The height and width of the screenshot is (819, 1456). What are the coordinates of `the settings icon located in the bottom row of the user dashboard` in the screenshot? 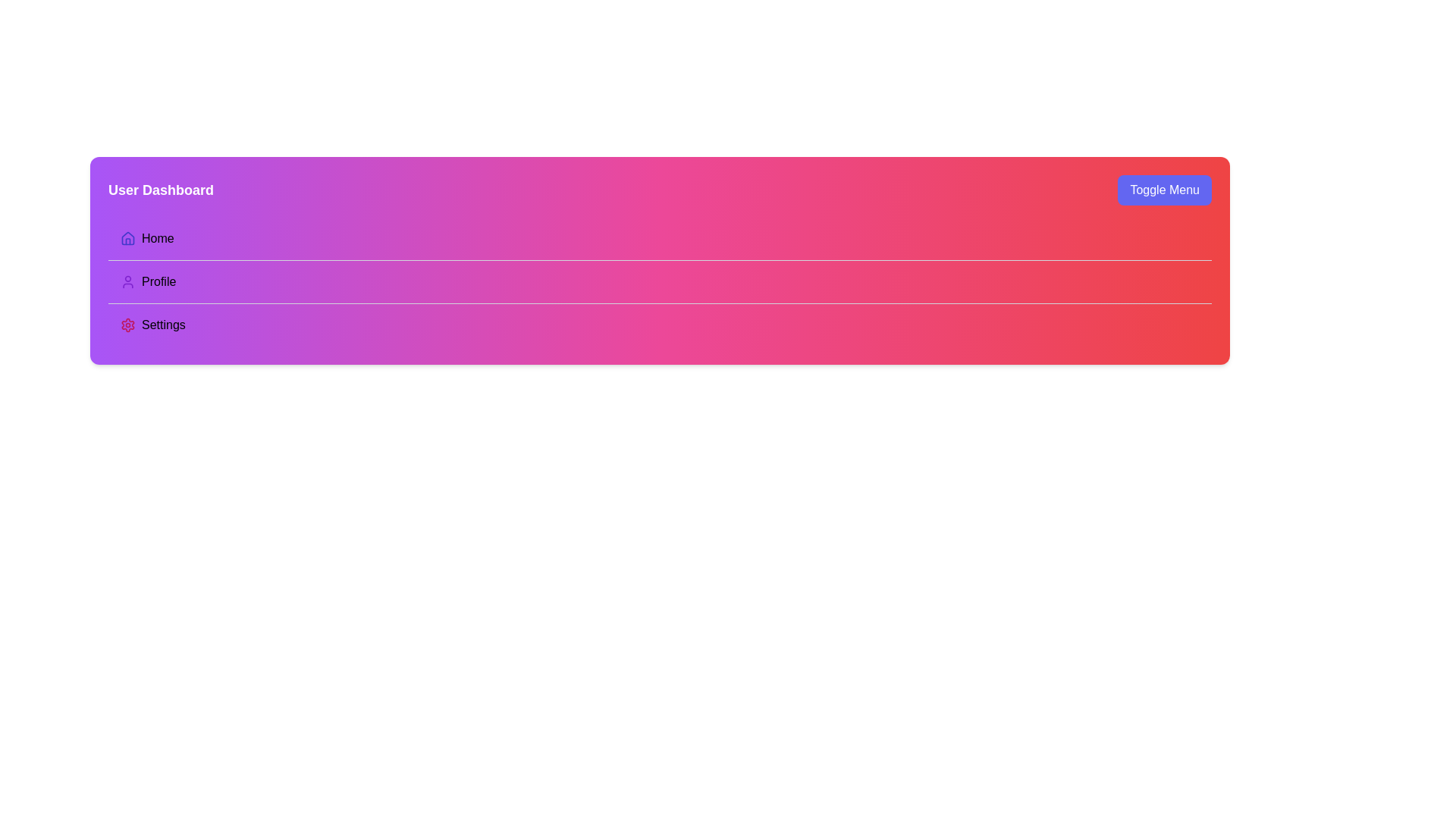 It's located at (127, 324).